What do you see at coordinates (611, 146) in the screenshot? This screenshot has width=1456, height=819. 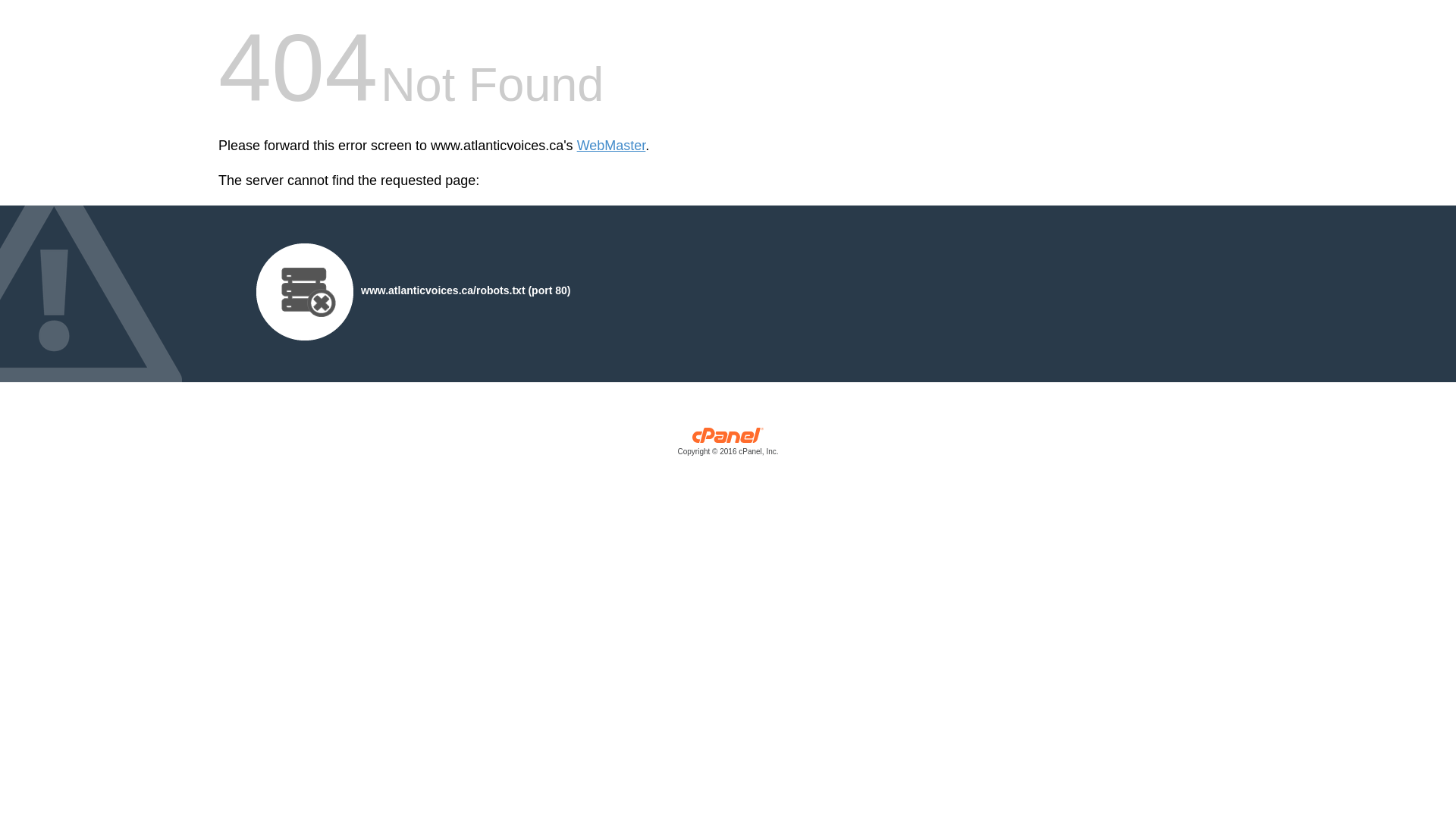 I see `'WebMaster'` at bounding box center [611, 146].